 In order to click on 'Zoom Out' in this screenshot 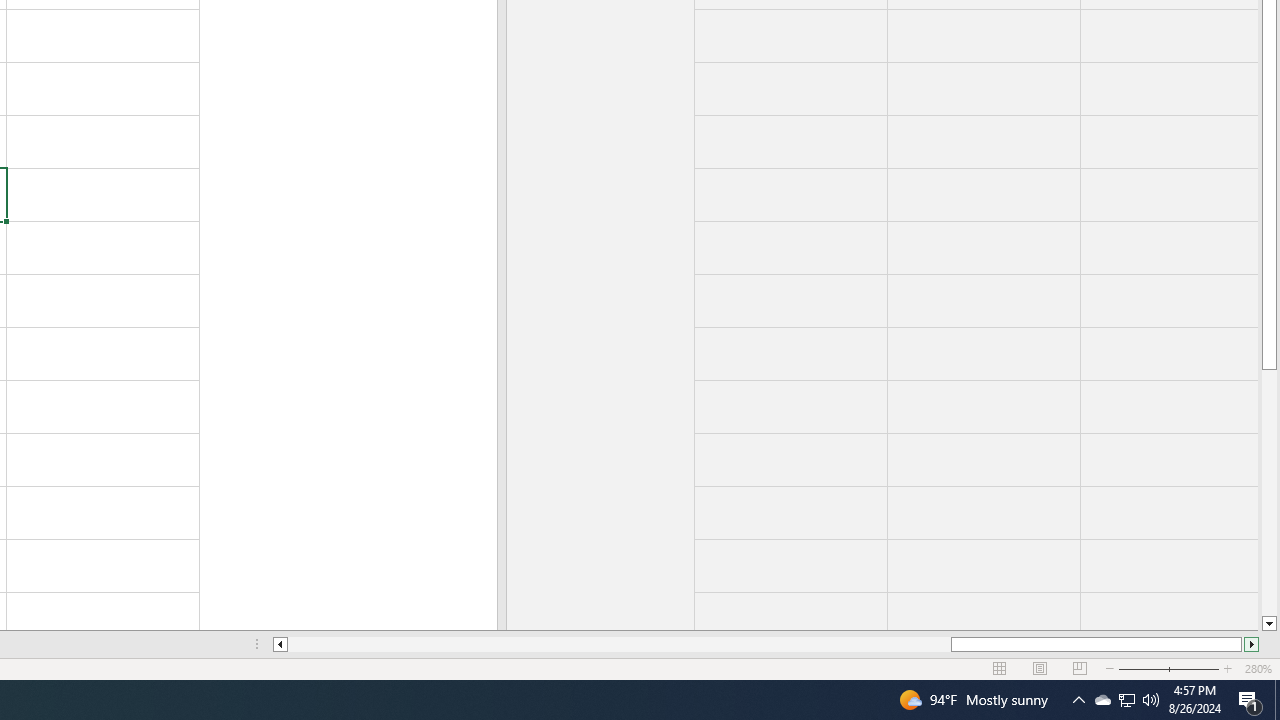, I will do `click(1157, 669)`.